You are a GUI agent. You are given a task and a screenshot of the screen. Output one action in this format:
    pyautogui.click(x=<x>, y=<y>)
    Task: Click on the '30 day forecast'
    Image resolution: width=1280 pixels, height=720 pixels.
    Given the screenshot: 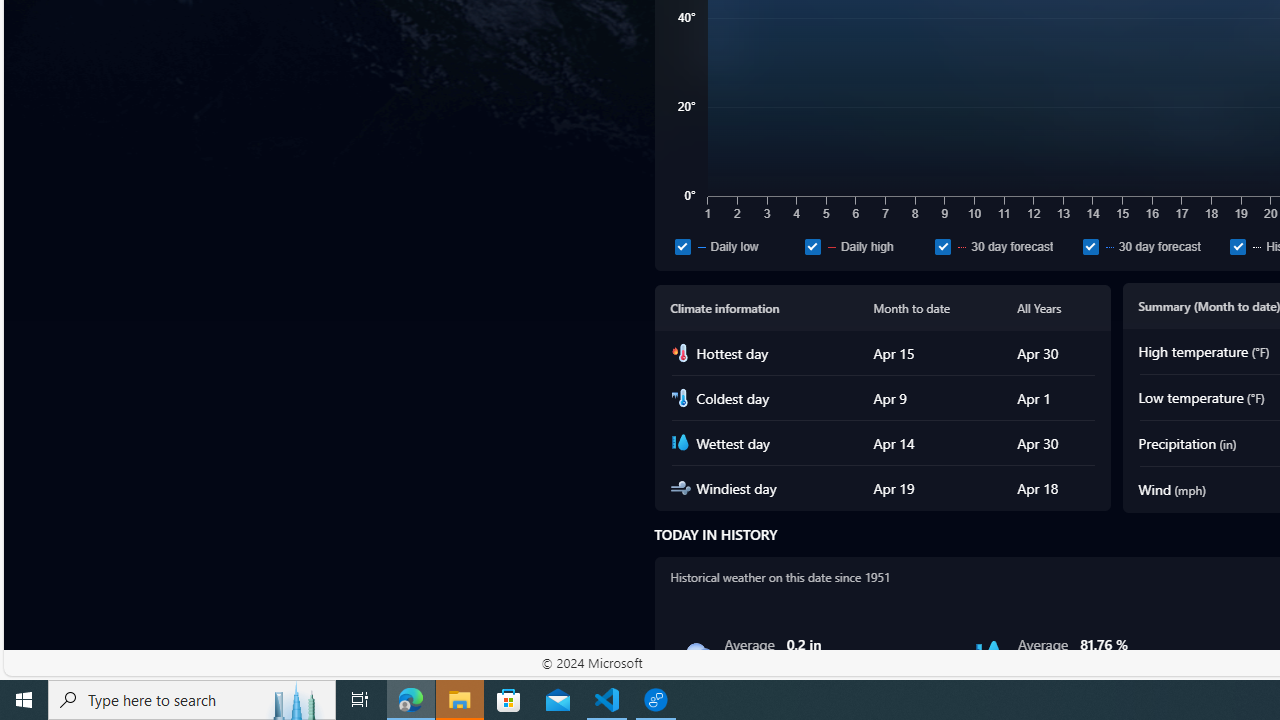 What is the action you would take?
    pyautogui.click(x=1089, y=245)
    